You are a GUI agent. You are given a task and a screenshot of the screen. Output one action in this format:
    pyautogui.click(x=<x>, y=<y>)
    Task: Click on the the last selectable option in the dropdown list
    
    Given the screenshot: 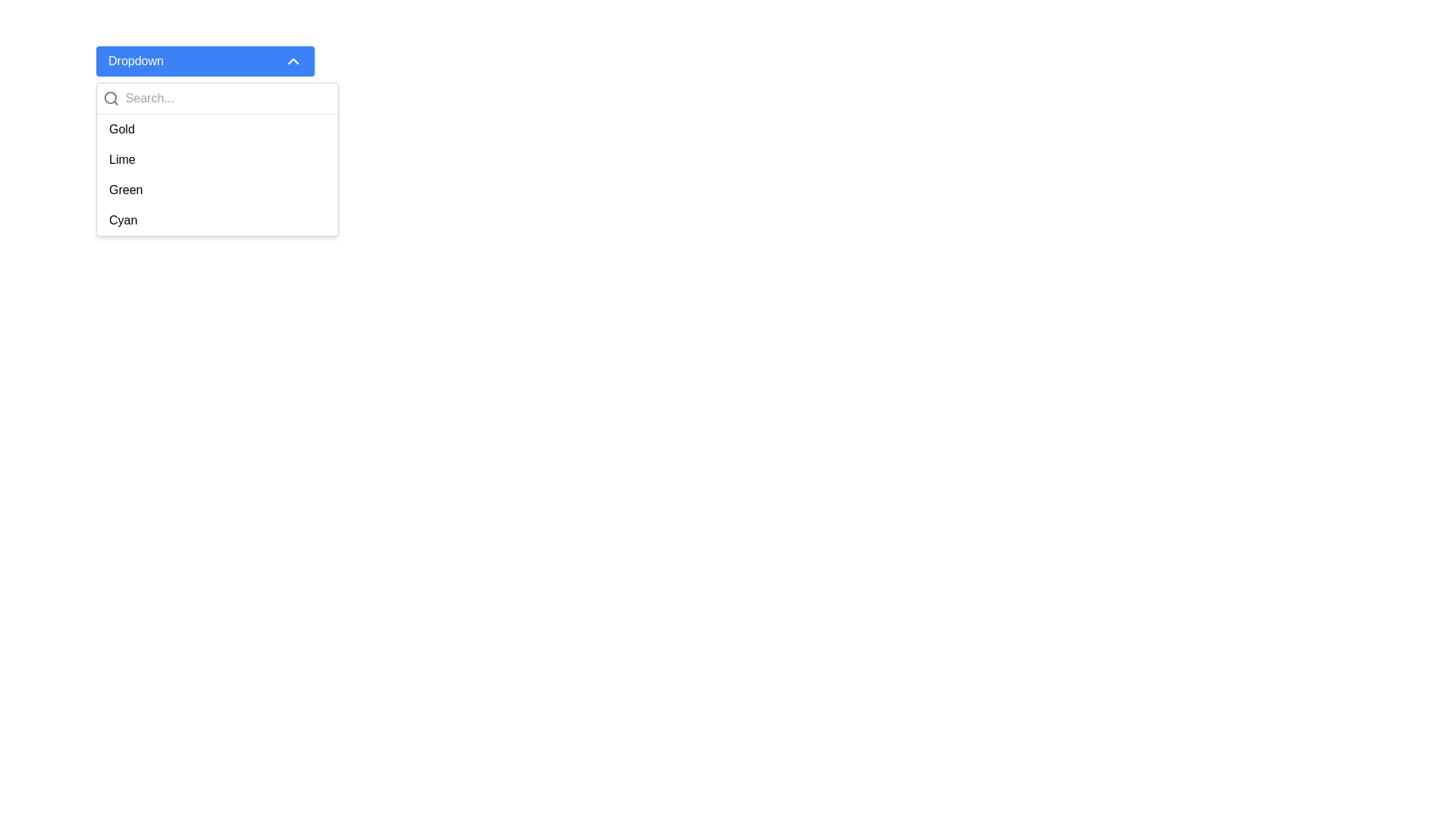 What is the action you would take?
    pyautogui.click(x=217, y=220)
    